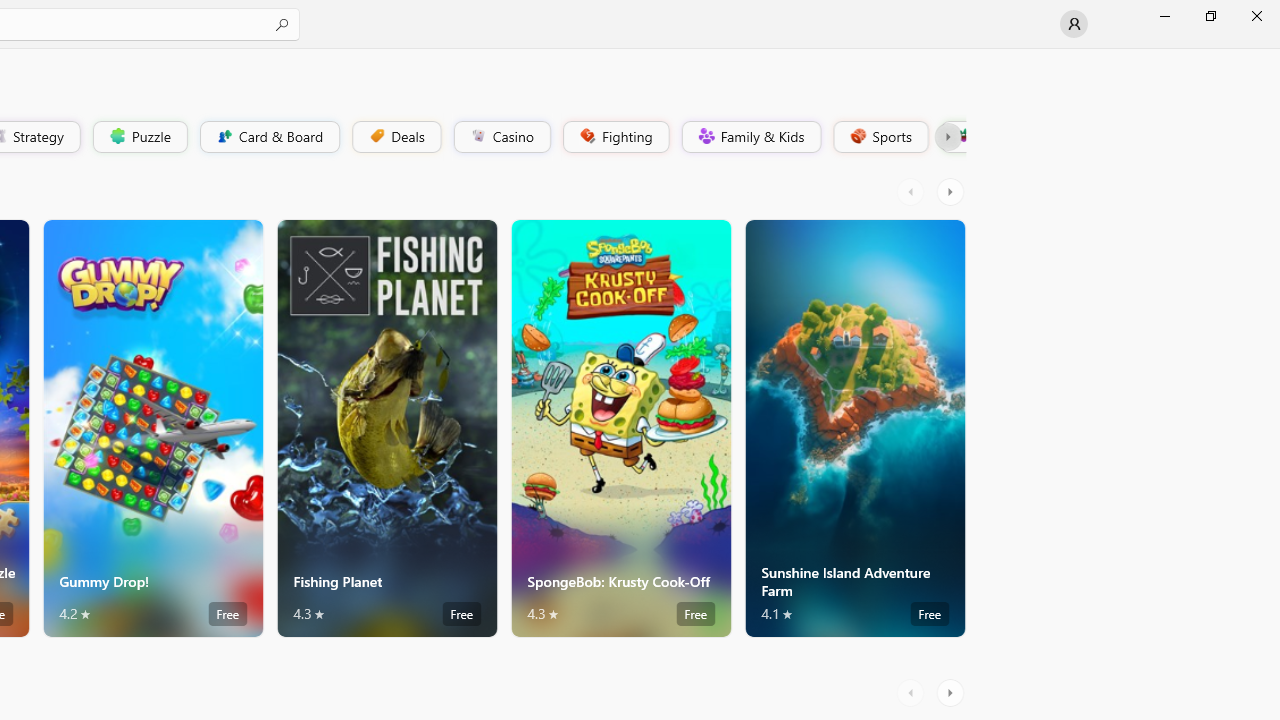 The height and width of the screenshot is (720, 1280). I want to click on 'Puzzle', so click(138, 135).